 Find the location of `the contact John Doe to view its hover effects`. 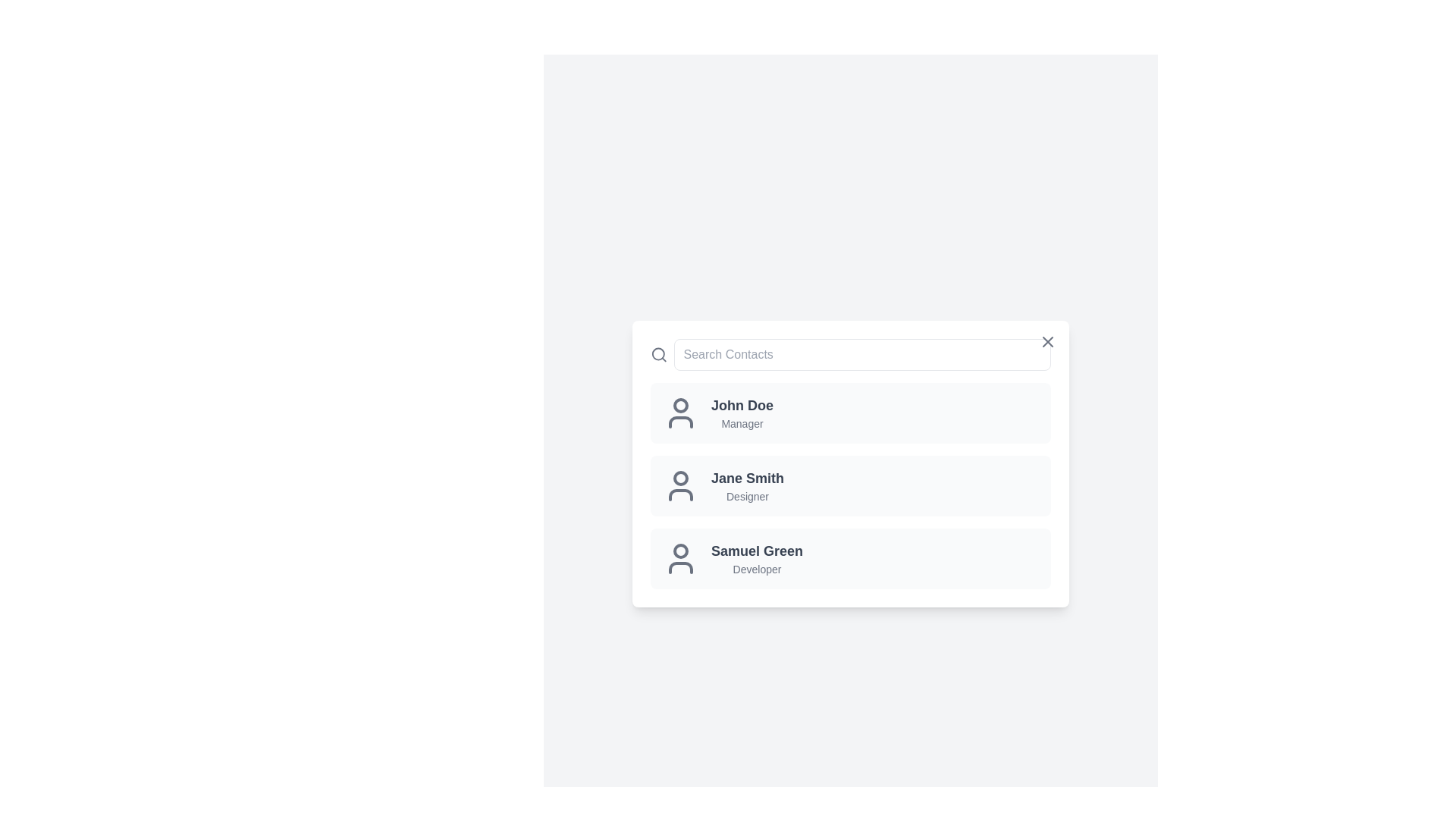

the contact John Doe to view its hover effects is located at coordinates (851, 413).